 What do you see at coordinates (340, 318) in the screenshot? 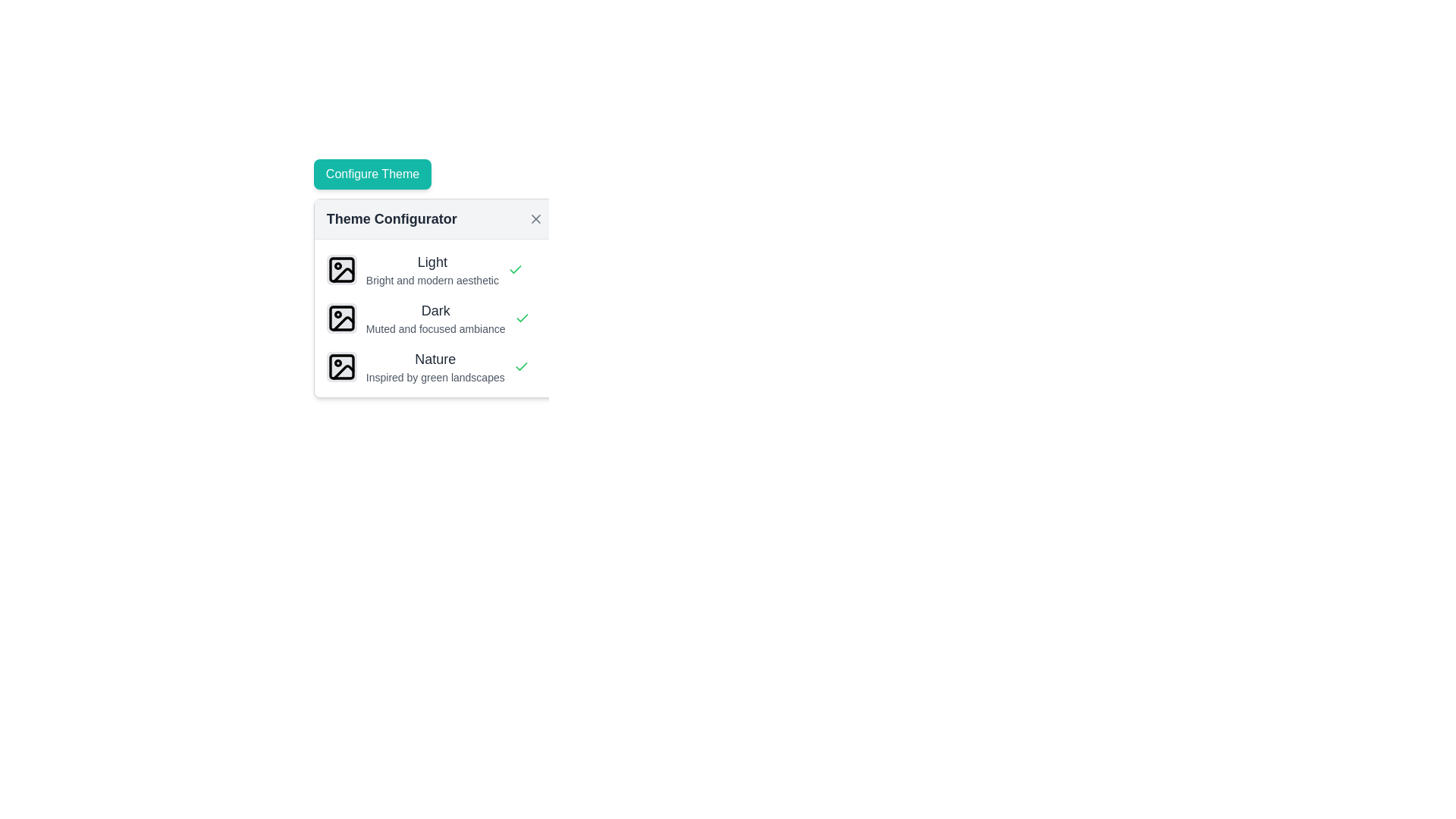
I see `the rounded rectangle element located centrally within the second icon of the 'Dark' theme, which serves as a backdrop or frame` at bounding box center [340, 318].